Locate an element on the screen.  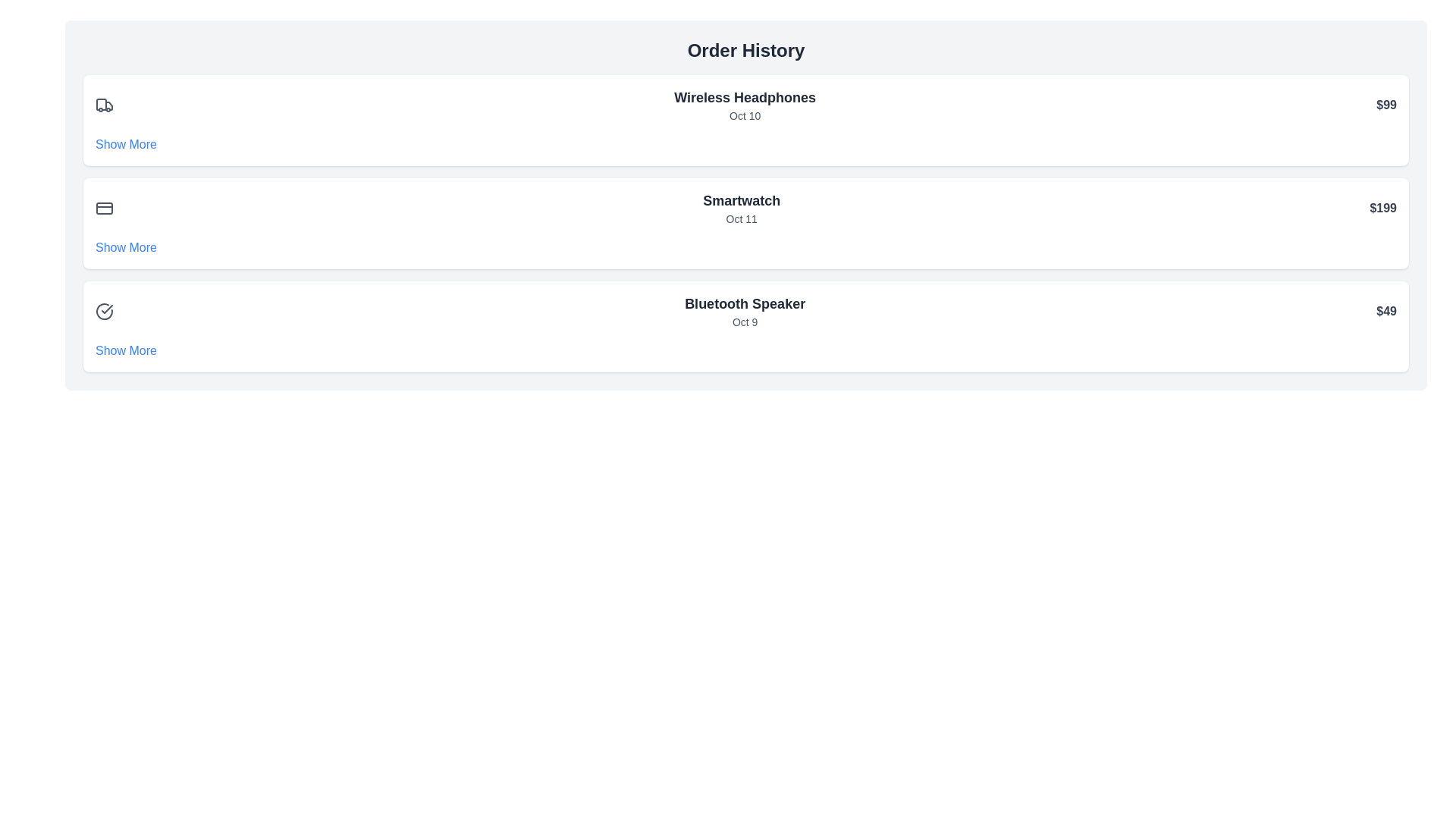
information displayed in the text block that includes 'Wireless Headphones' and 'Oct 10', positioned under 'Order History' is located at coordinates (745, 104).